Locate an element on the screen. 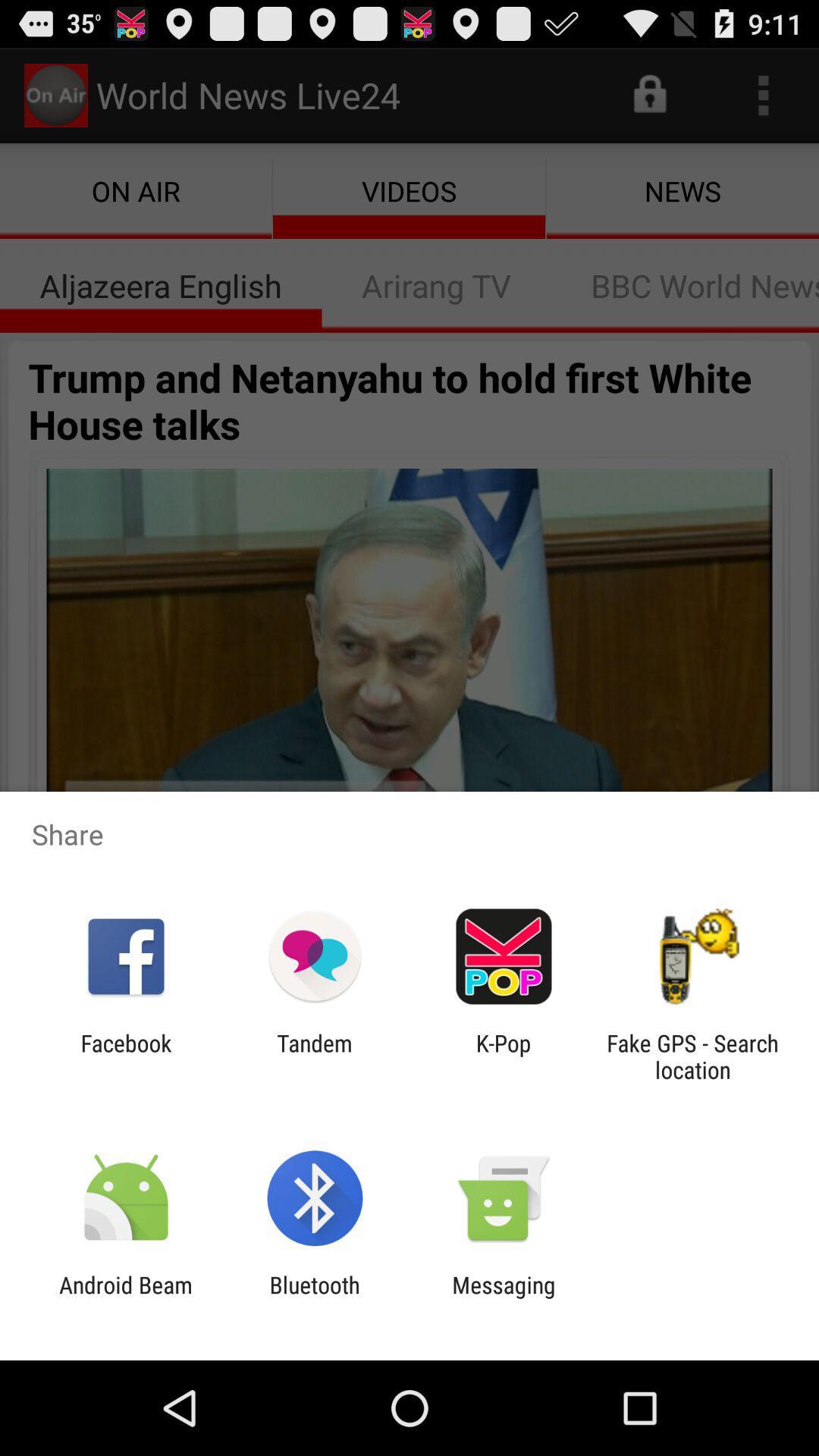 The image size is (819, 1456). app next to facebook app is located at coordinates (314, 1056).